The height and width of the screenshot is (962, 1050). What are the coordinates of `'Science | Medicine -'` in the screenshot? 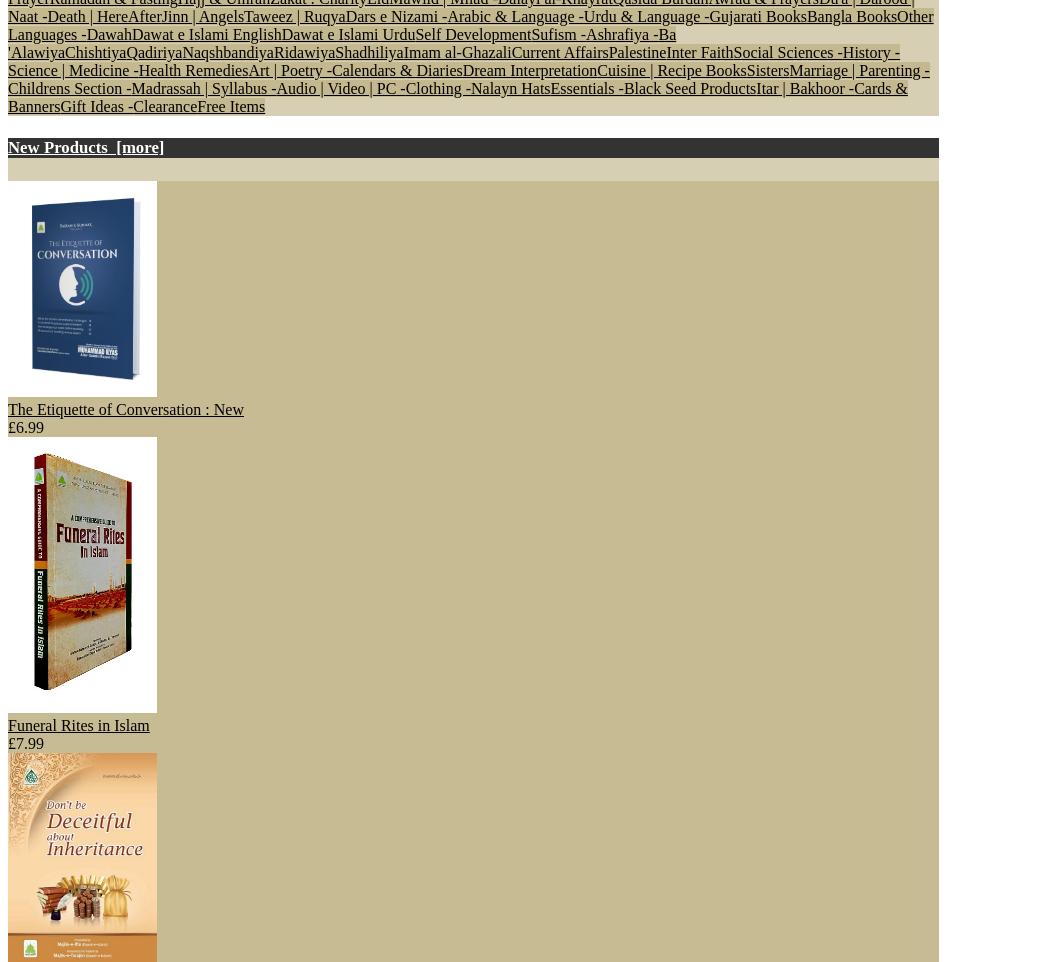 It's located at (71, 69).